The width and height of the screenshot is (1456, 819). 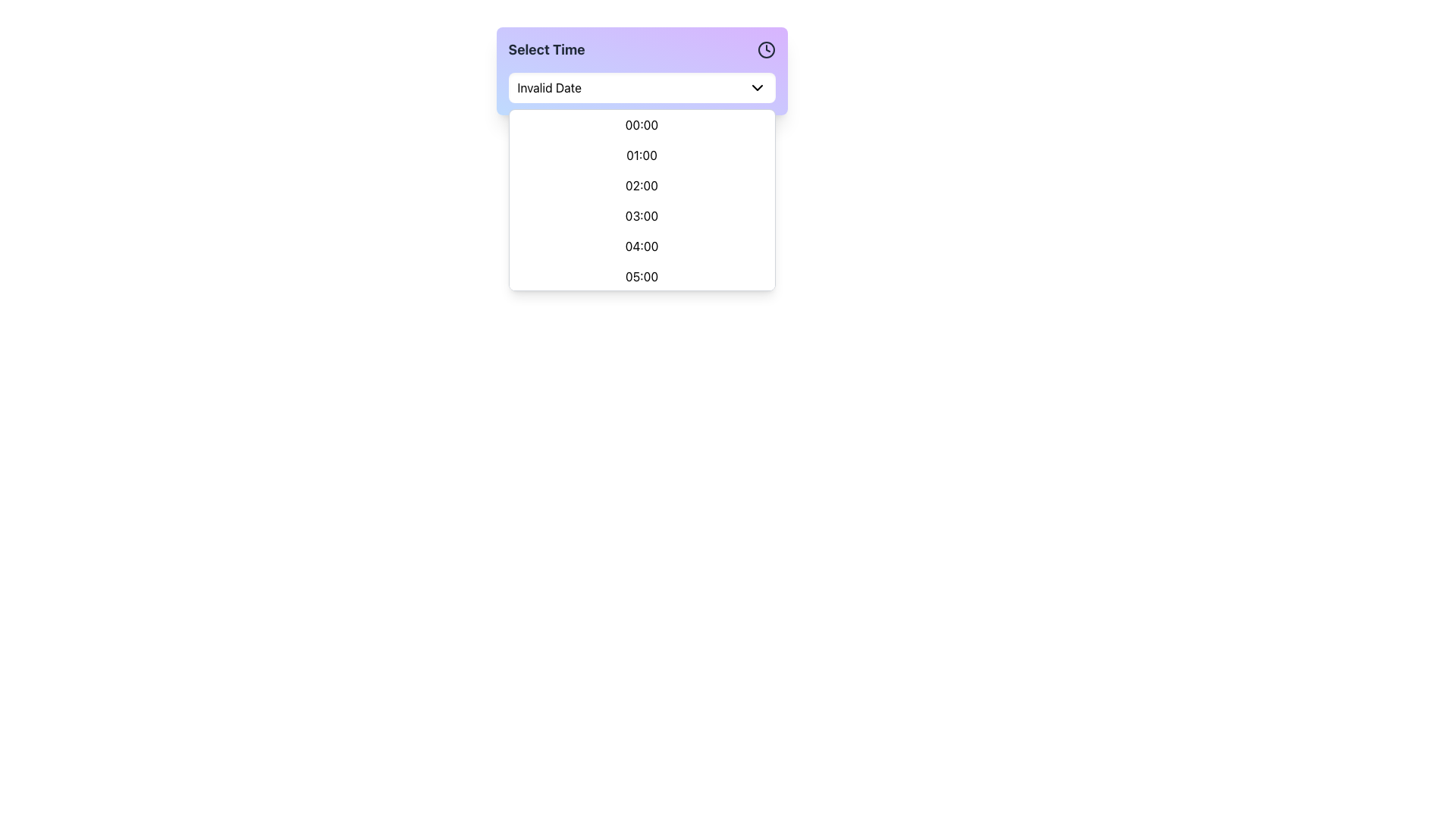 I want to click on the dropdown item displaying '01:00', so click(x=642, y=155).